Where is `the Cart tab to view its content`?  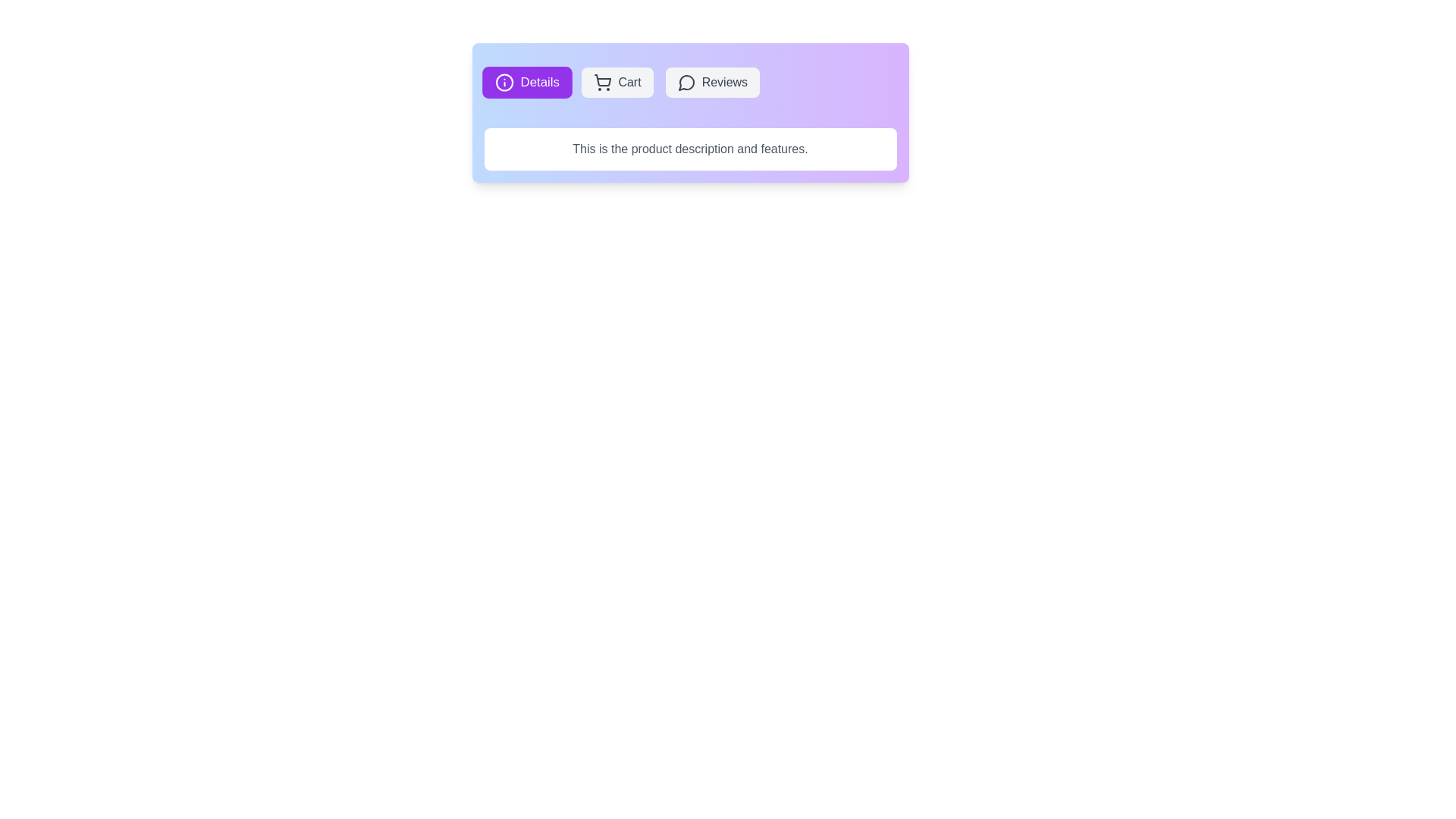 the Cart tab to view its content is located at coordinates (617, 82).